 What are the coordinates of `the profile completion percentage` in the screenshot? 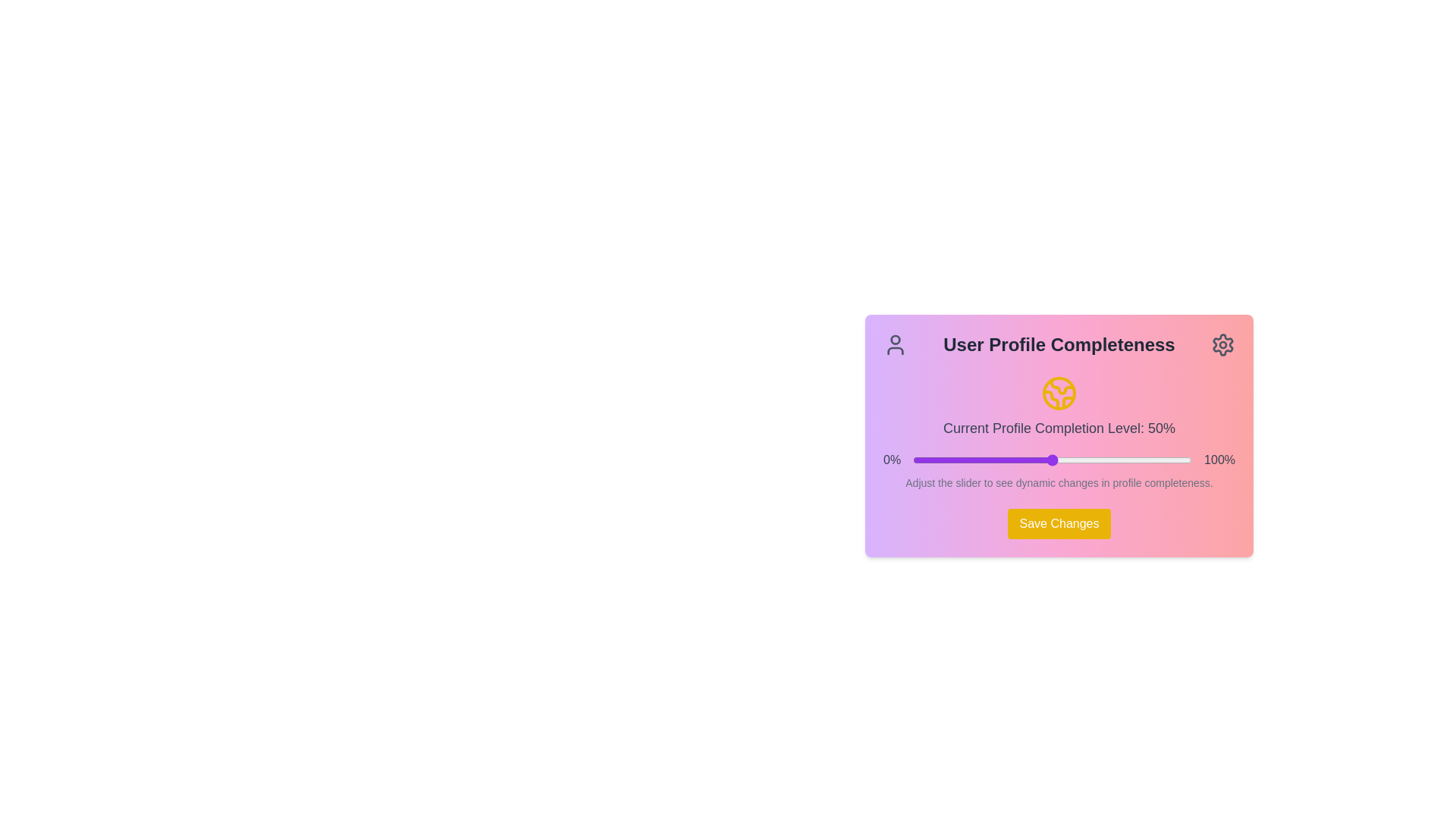 It's located at (1019, 459).